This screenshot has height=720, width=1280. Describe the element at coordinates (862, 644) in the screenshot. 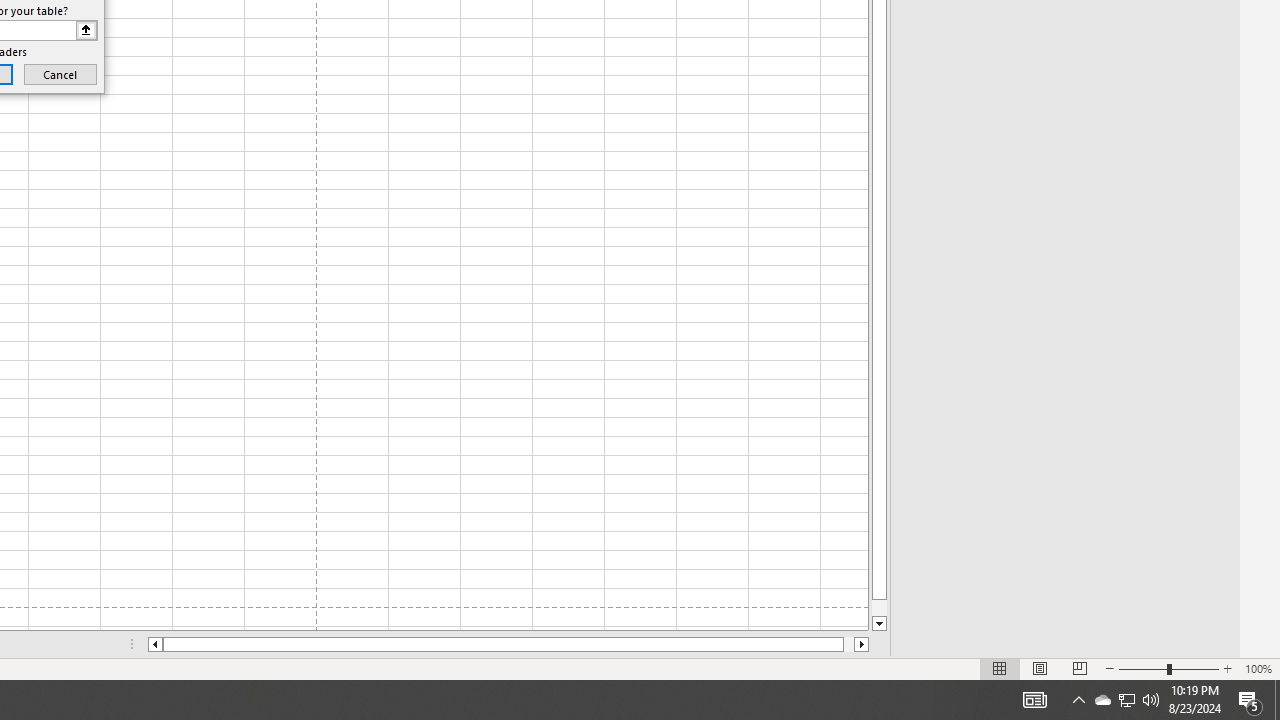

I see `'Column right'` at that location.